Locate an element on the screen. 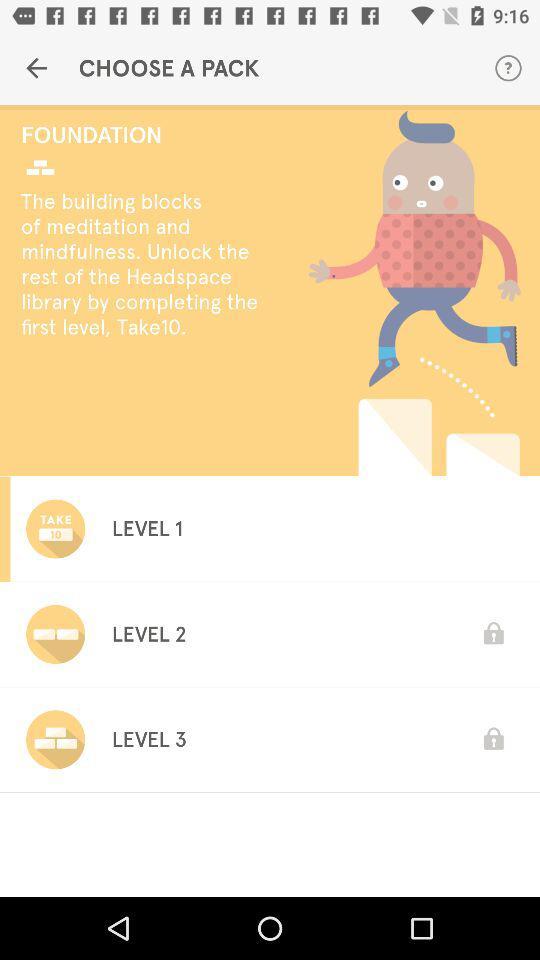 Image resolution: width=540 pixels, height=960 pixels. the icon to the right of the choose a pack is located at coordinates (508, 68).